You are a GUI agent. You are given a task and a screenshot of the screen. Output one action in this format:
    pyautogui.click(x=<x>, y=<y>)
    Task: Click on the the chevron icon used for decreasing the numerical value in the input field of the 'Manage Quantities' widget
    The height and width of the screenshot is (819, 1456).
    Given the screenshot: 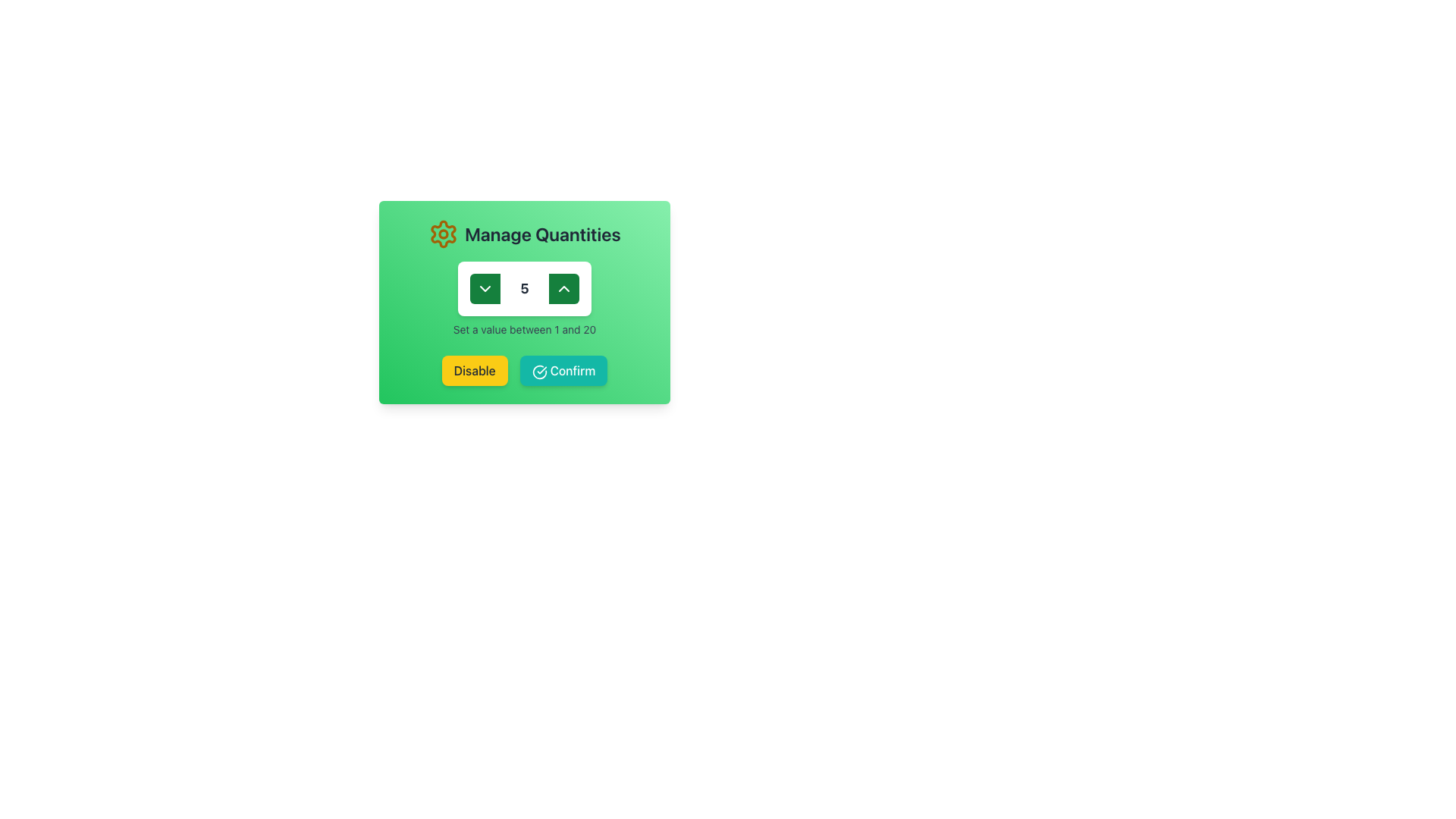 What is the action you would take?
    pyautogui.click(x=484, y=289)
    